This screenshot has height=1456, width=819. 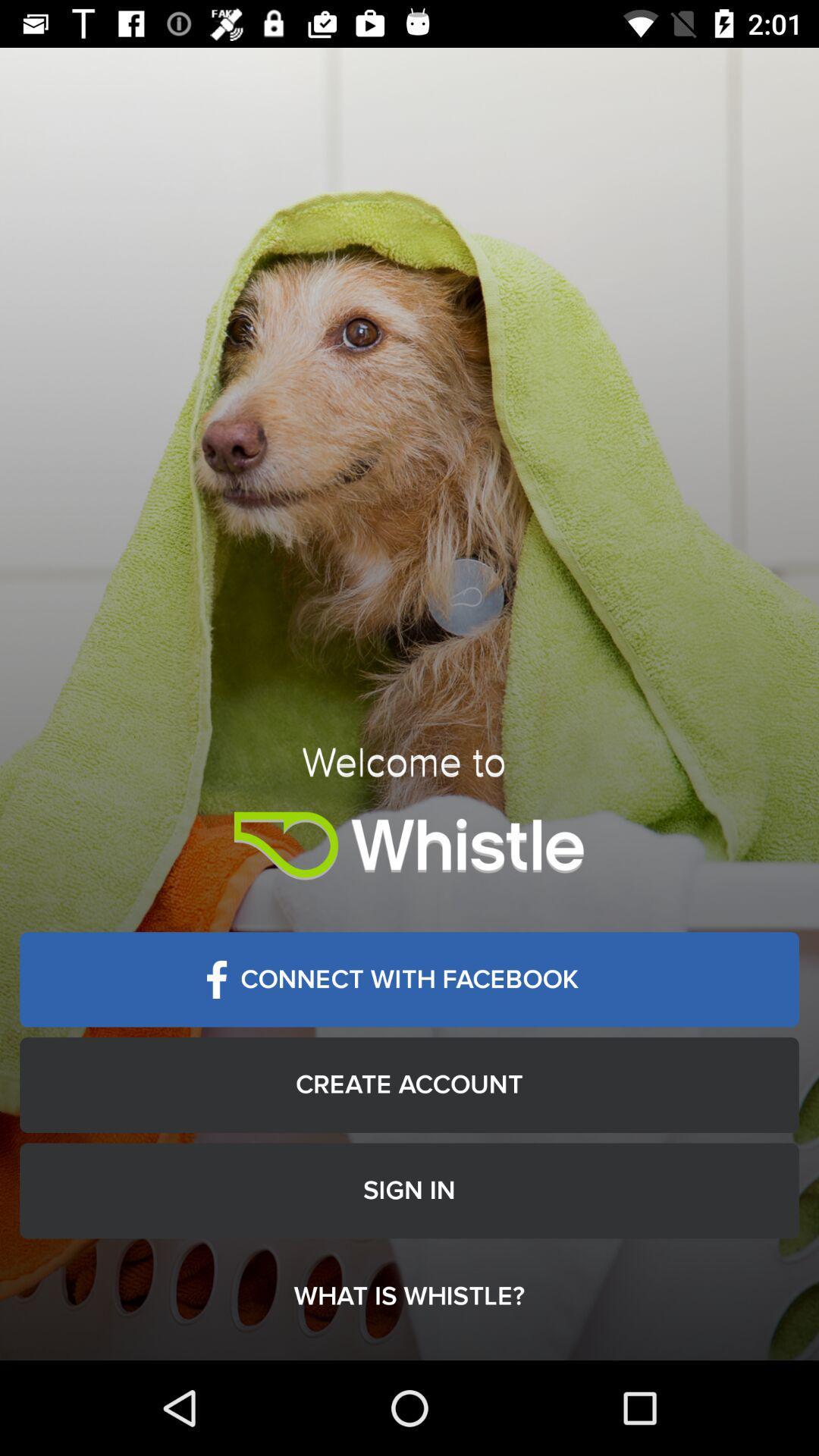 I want to click on sign in icon, so click(x=409, y=1190).